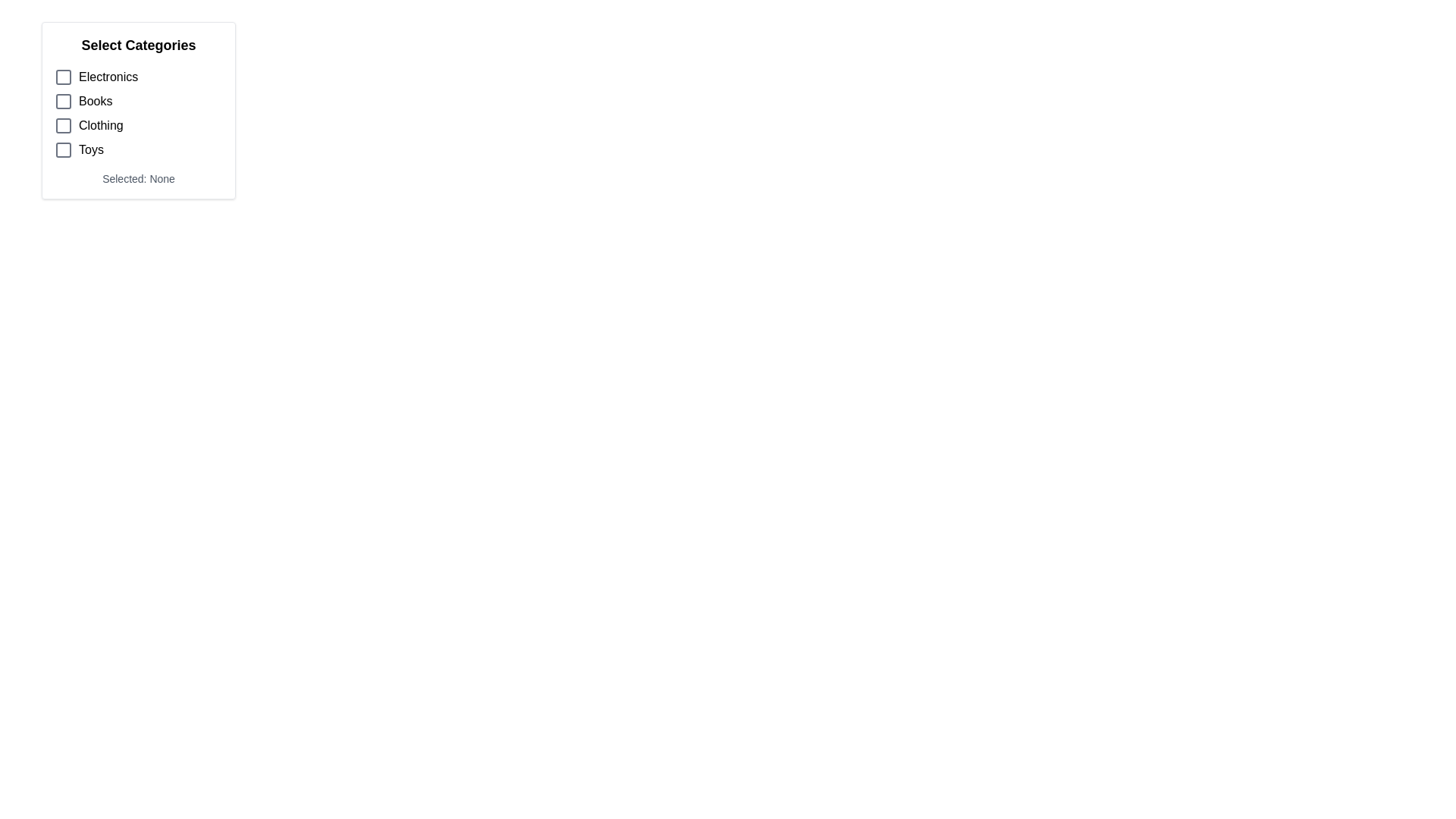  What do you see at coordinates (62, 77) in the screenshot?
I see `the inner fill of the checkbox next to 'Electronics'` at bounding box center [62, 77].